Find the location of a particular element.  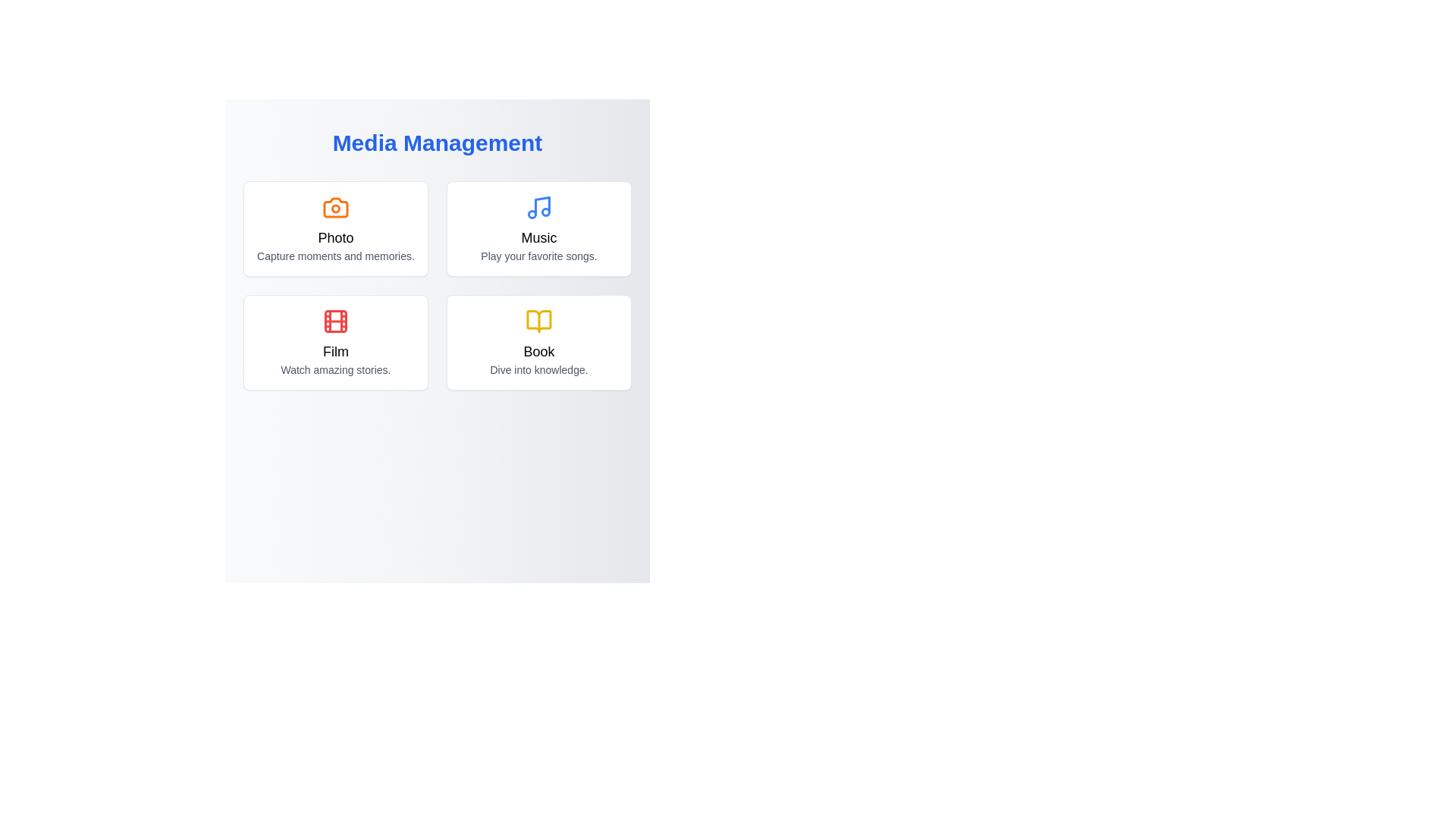

text label that says 'Dive into knowledge.' located below the 'Book' heading in the fourth card of the grid layout is located at coordinates (538, 370).